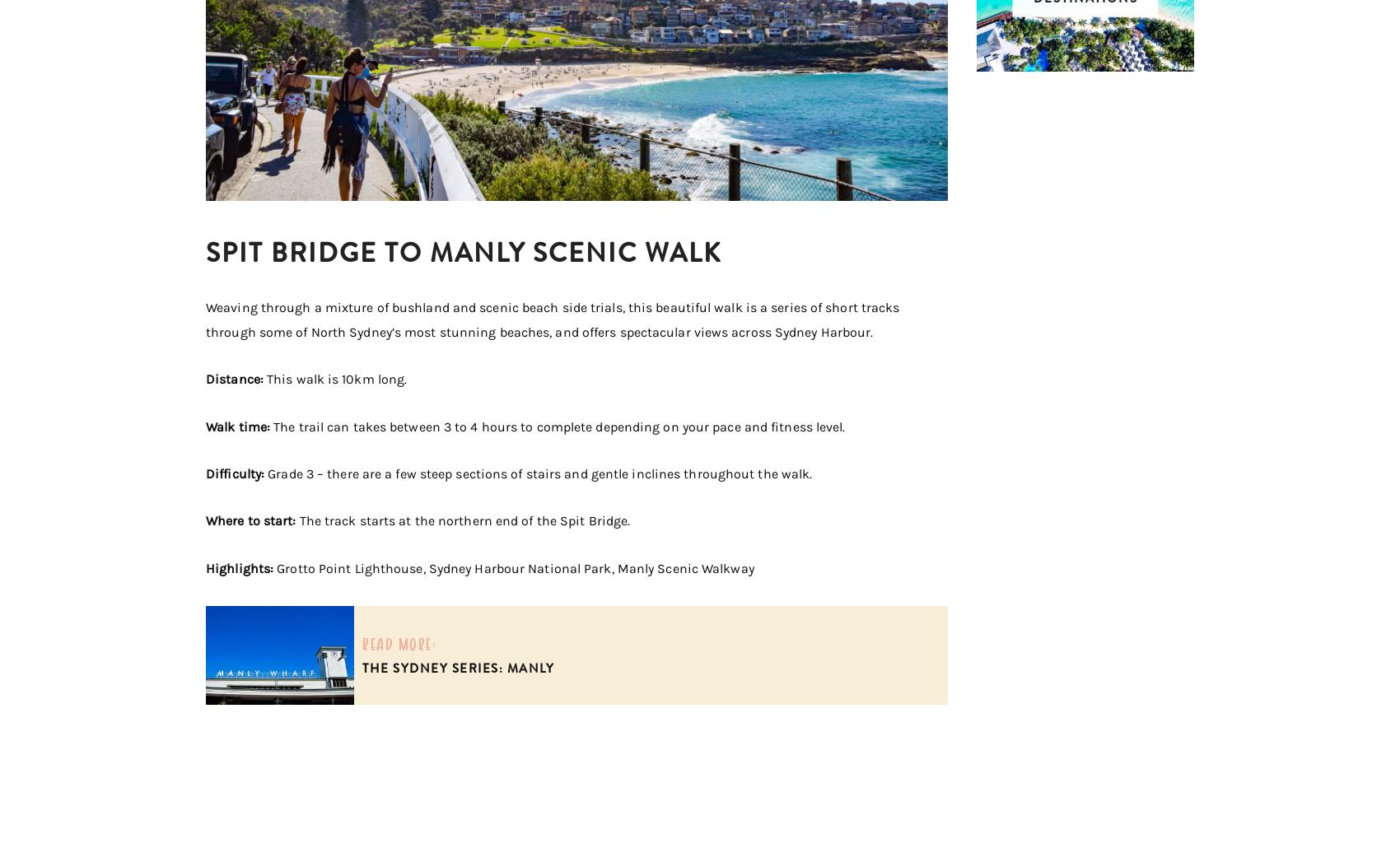 This screenshot has width=1400, height=853. Describe the element at coordinates (558, 426) in the screenshot. I see `'The trail can takes between 3 to 4 hours to complete depending on your pace and fitness level.'` at that location.